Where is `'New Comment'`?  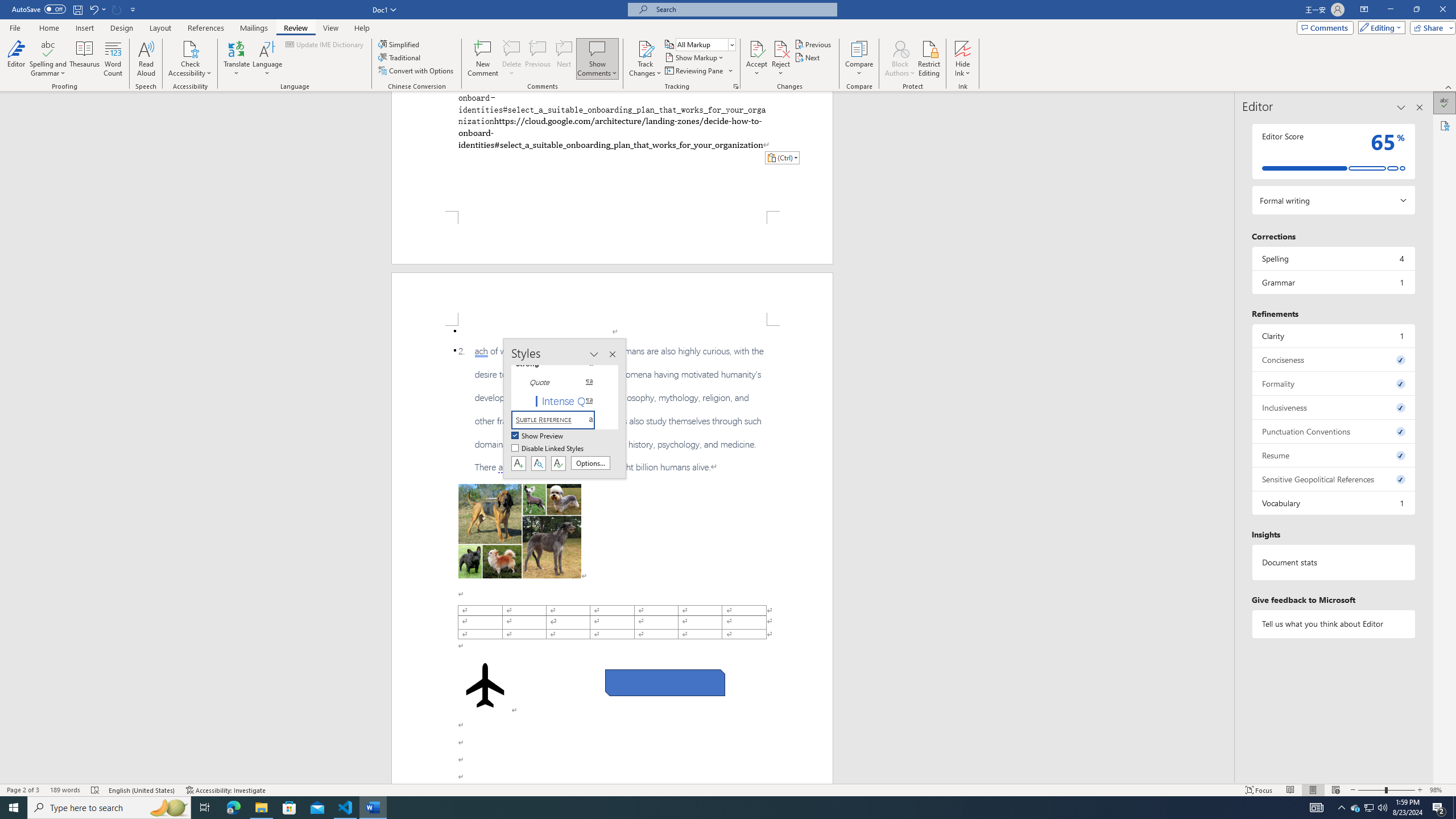
'New Comment' is located at coordinates (482, 59).